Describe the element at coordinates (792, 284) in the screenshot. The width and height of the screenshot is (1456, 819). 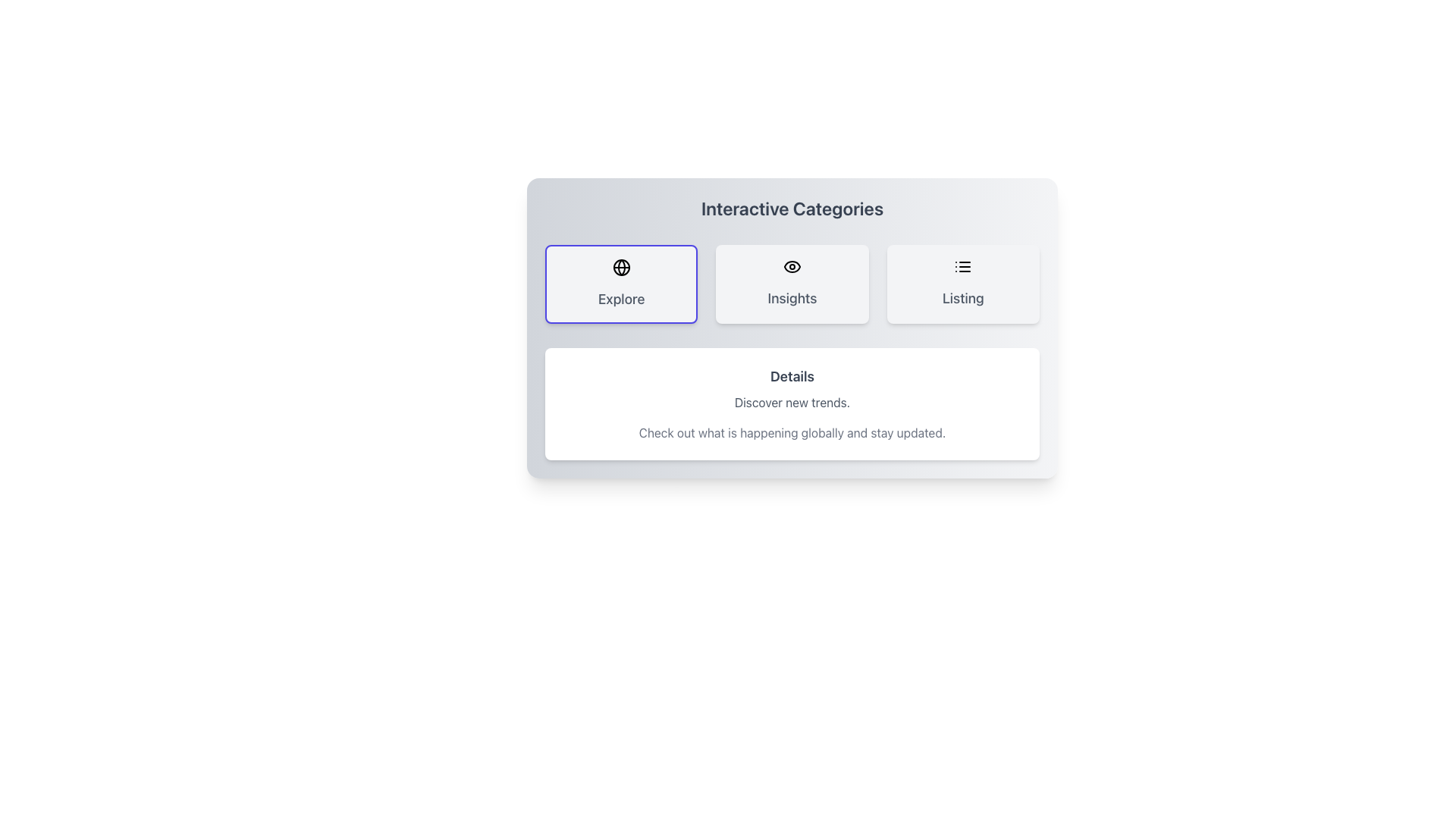
I see `the section labeled 'Insights' in the centrally aligned Navigation menu below the 'Interactive Categories' title` at that location.